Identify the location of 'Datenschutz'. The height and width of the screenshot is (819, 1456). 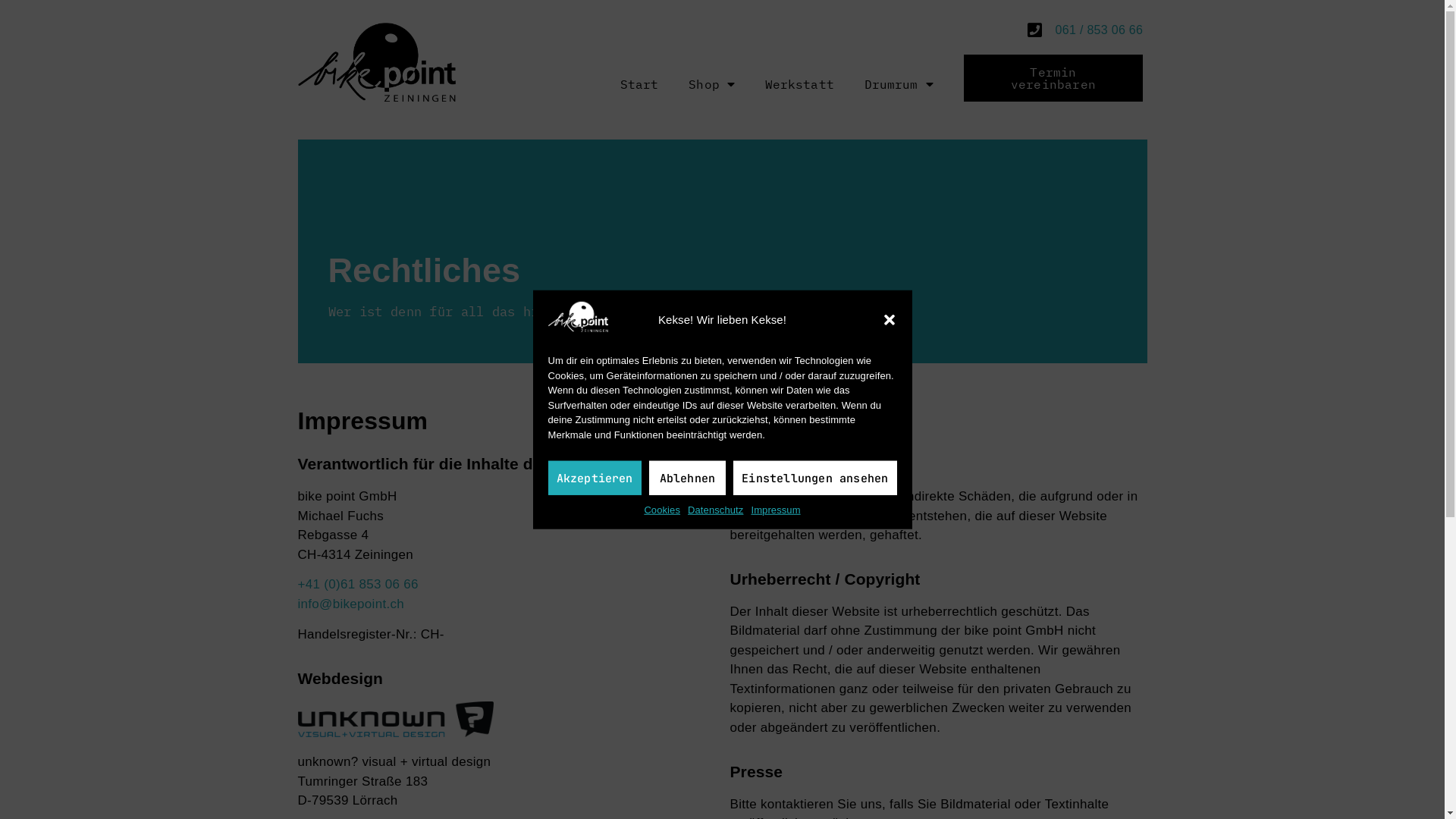
(714, 510).